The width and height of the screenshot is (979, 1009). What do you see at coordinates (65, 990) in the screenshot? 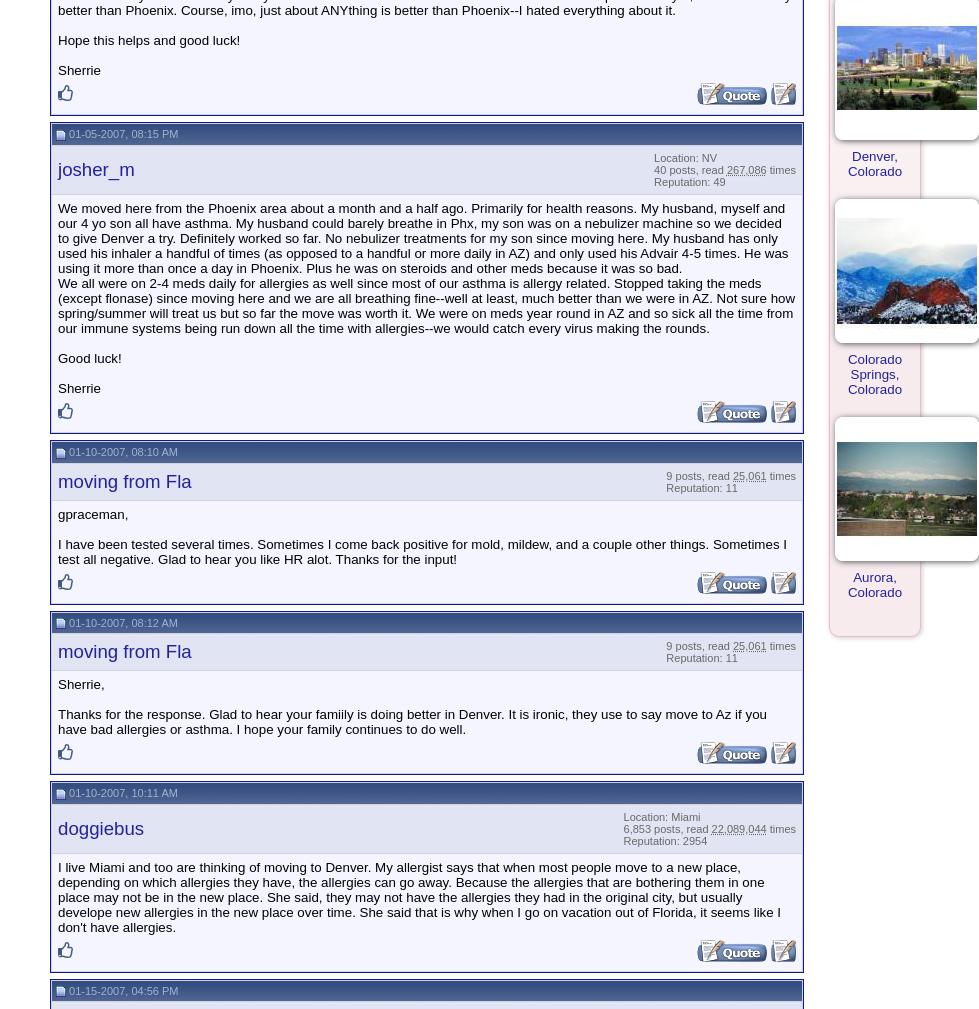
I see `'01-15-2007, 04:56 PM'` at bounding box center [65, 990].